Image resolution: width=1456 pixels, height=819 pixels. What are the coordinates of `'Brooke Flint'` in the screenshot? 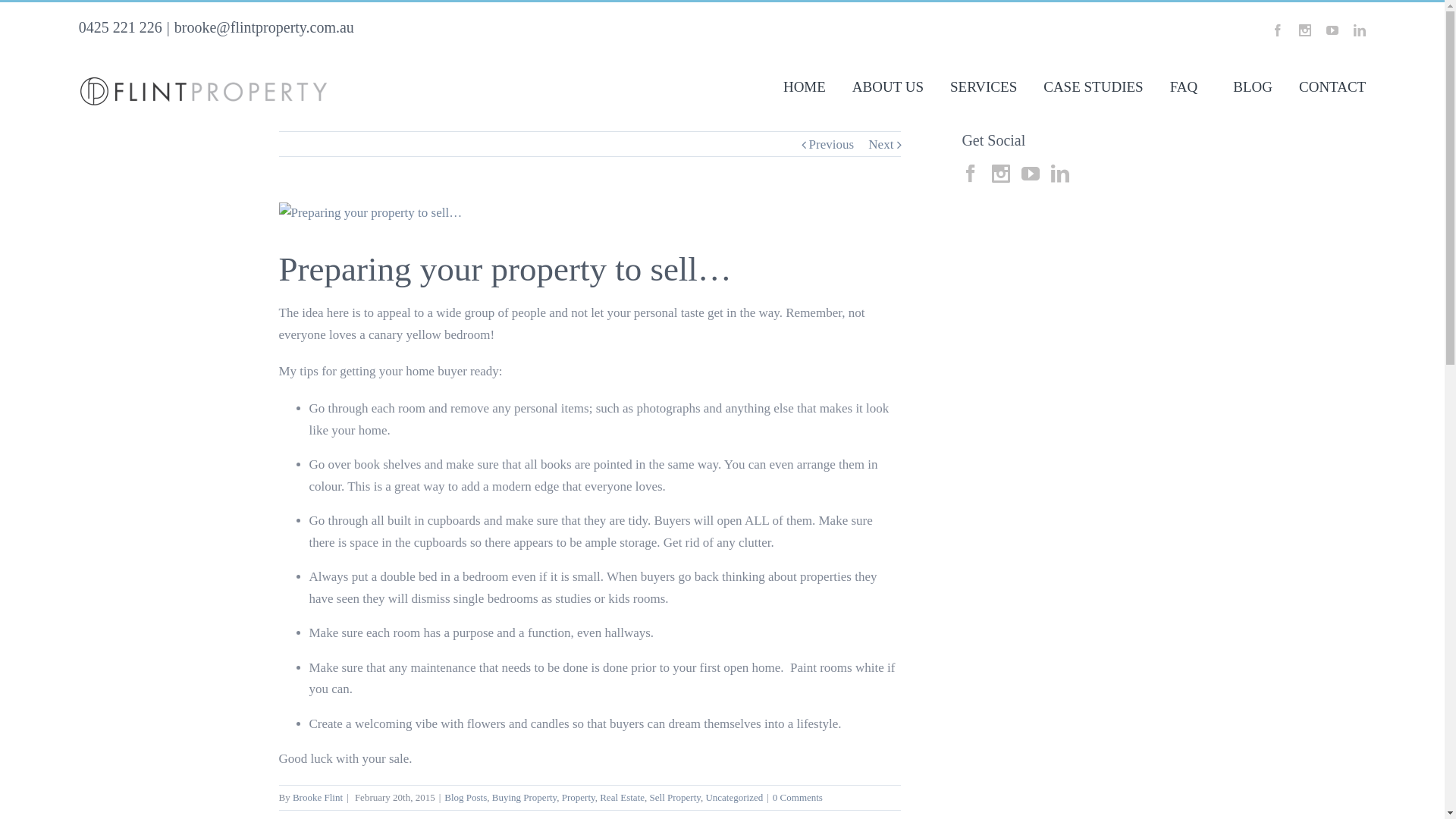 It's located at (316, 796).